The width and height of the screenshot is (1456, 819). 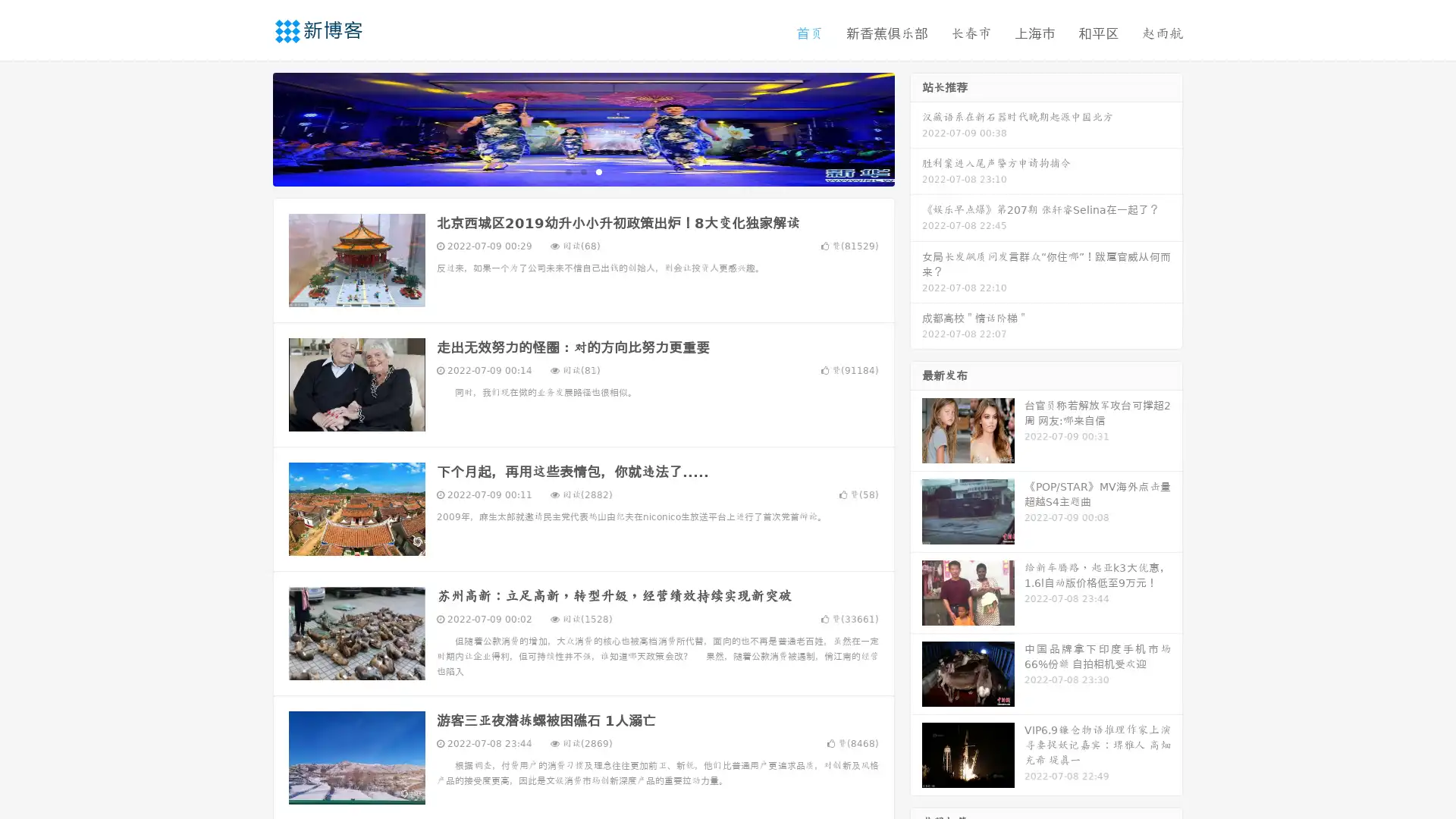 What do you see at coordinates (567, 171) in the screenshot?
I see `Go to slide 1` at bounding box center [567, 171].